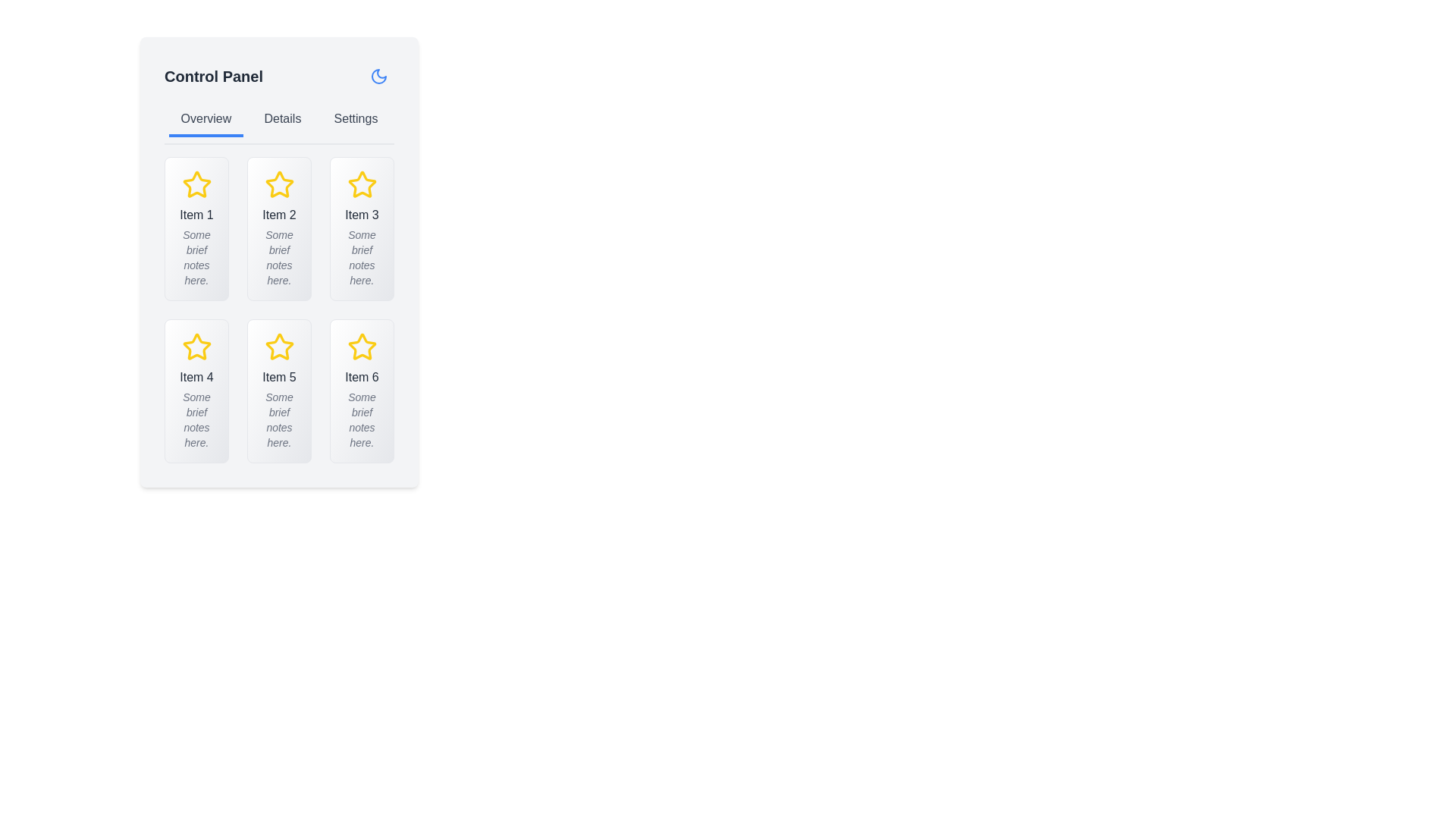 The height and width of the screenshot is (819, 1456). Describe the element at coordinates (361, 420) in the screenshot. I see `text label located under the 'Item 6' card in the grid layout, which provides additional information related to 'Item 6'` at that location.